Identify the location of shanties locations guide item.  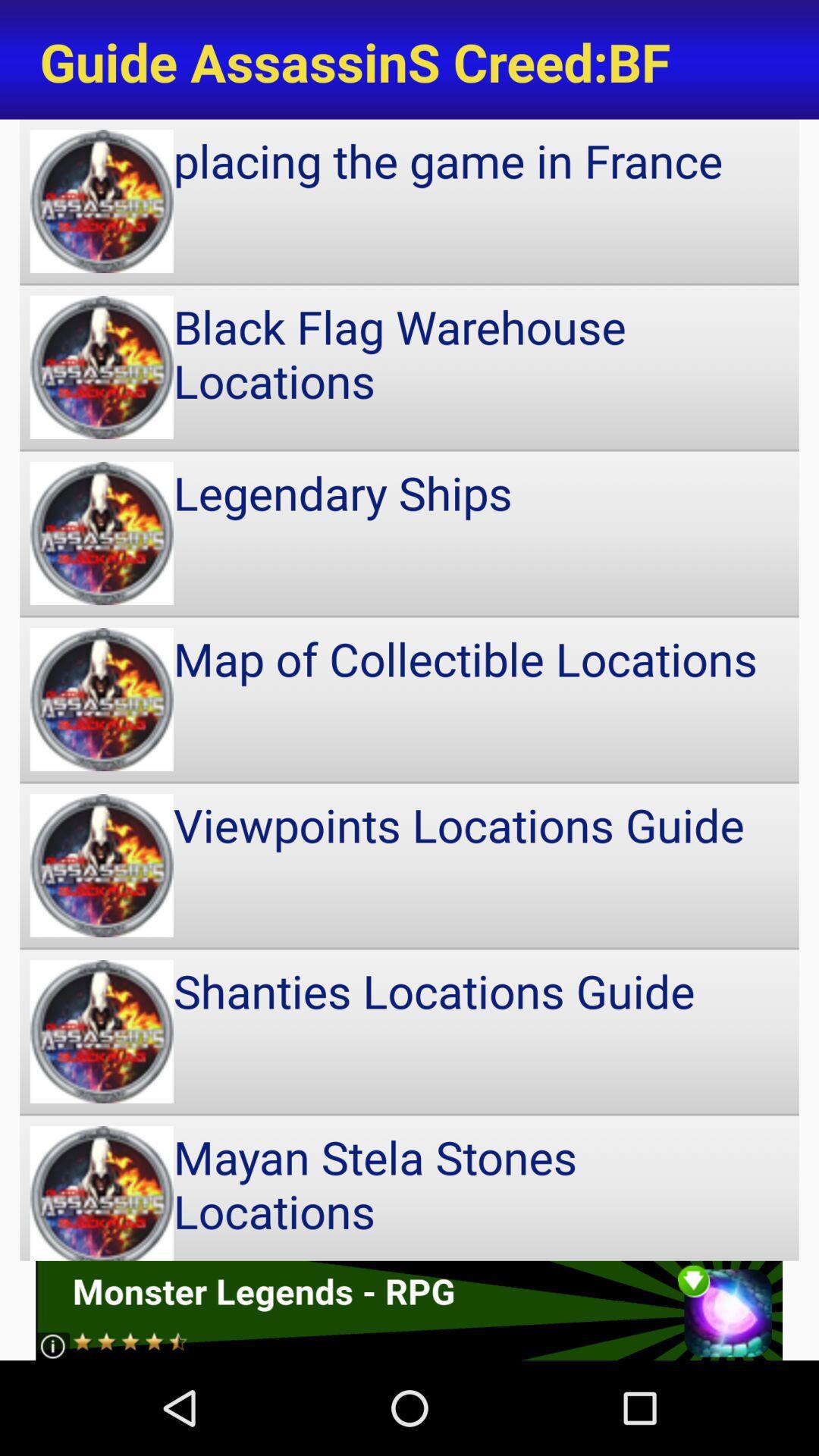
(409, 1031).